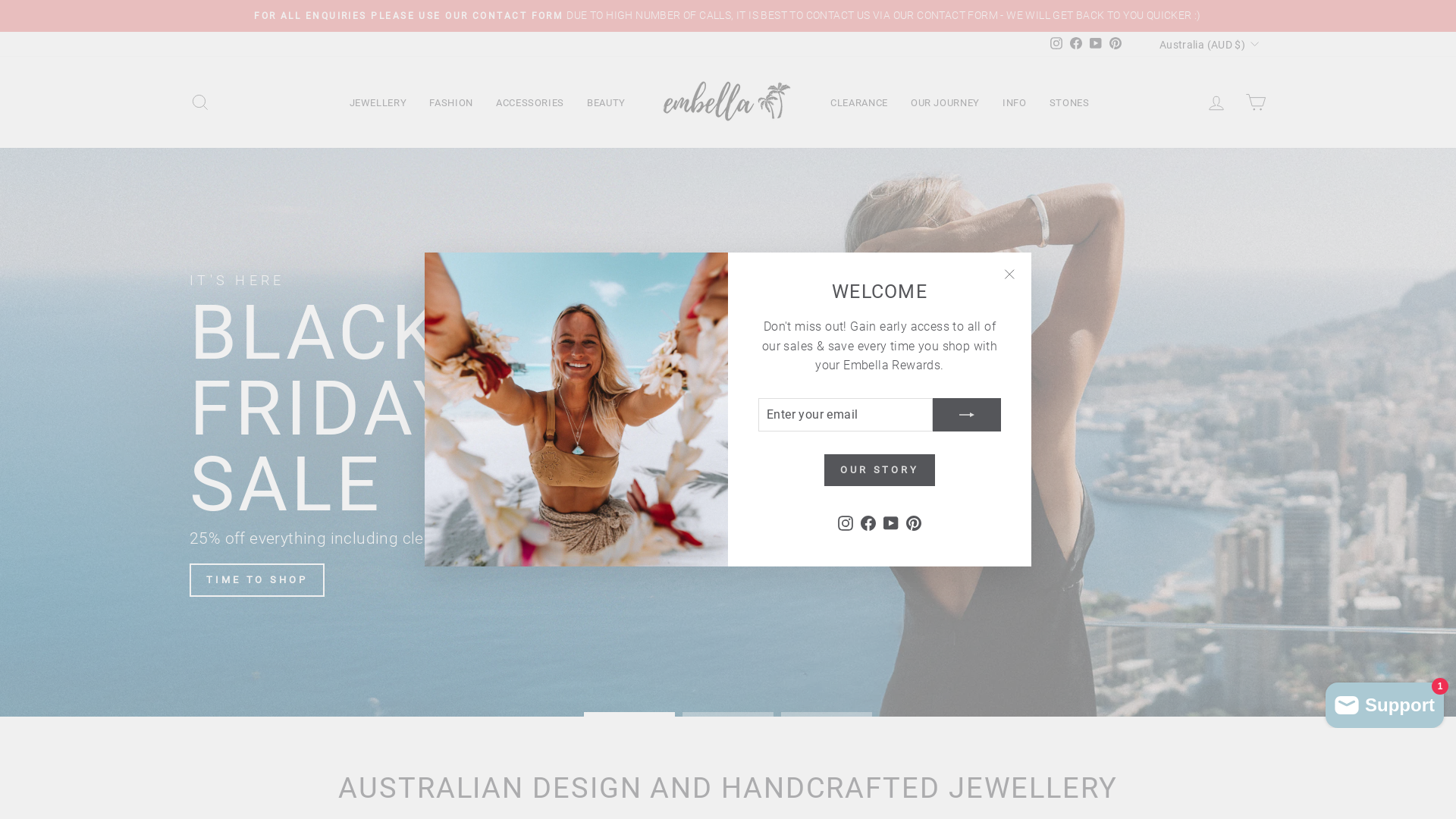  Describe the element at coordinates (1207, 43) in the screenshot. I see `'Australia (AUD $)'` at that location.